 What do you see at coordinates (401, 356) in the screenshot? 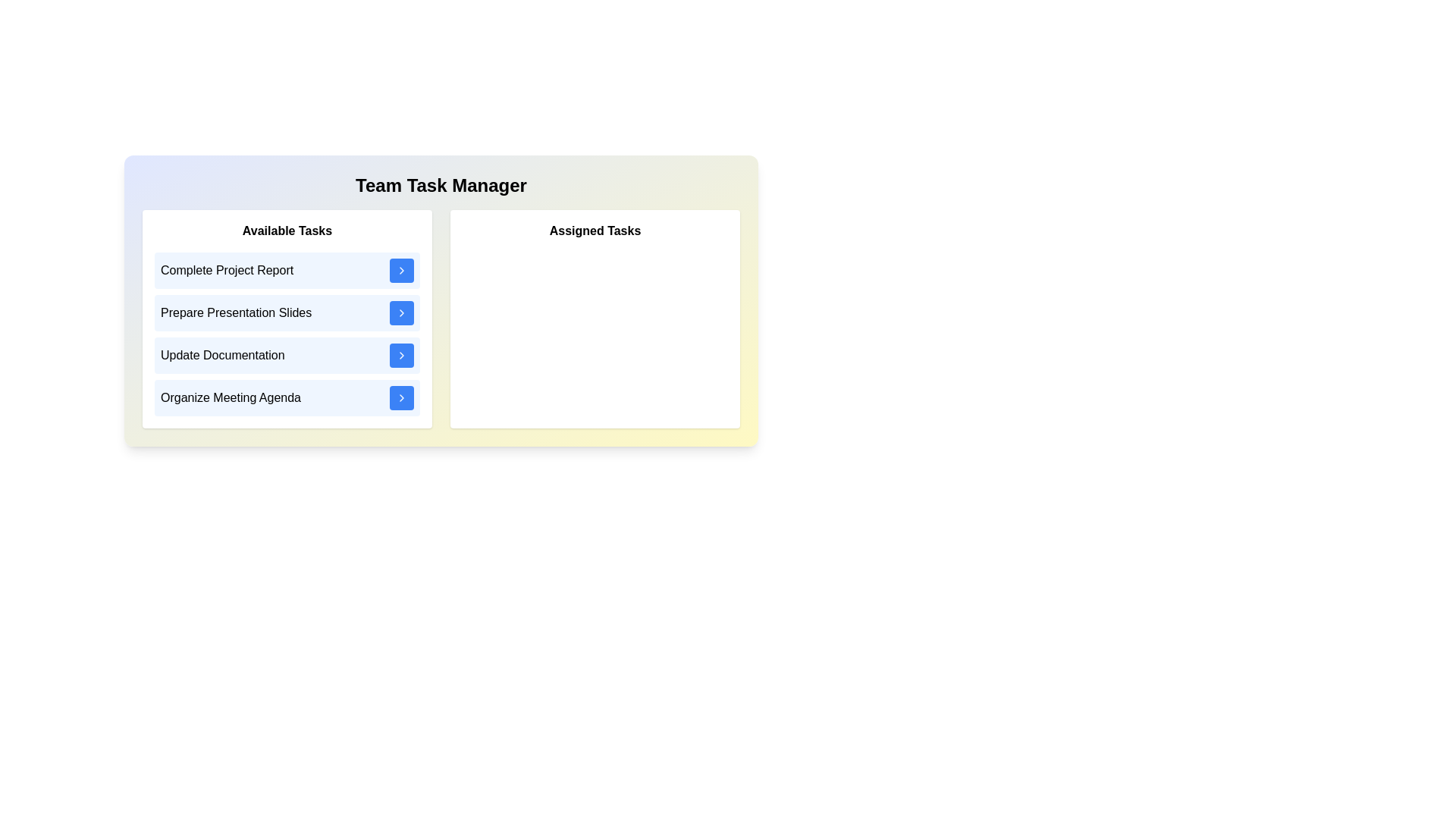
I see `the button corresponding to the task Update Documentation to assign it` at bounding box center [401, 356].